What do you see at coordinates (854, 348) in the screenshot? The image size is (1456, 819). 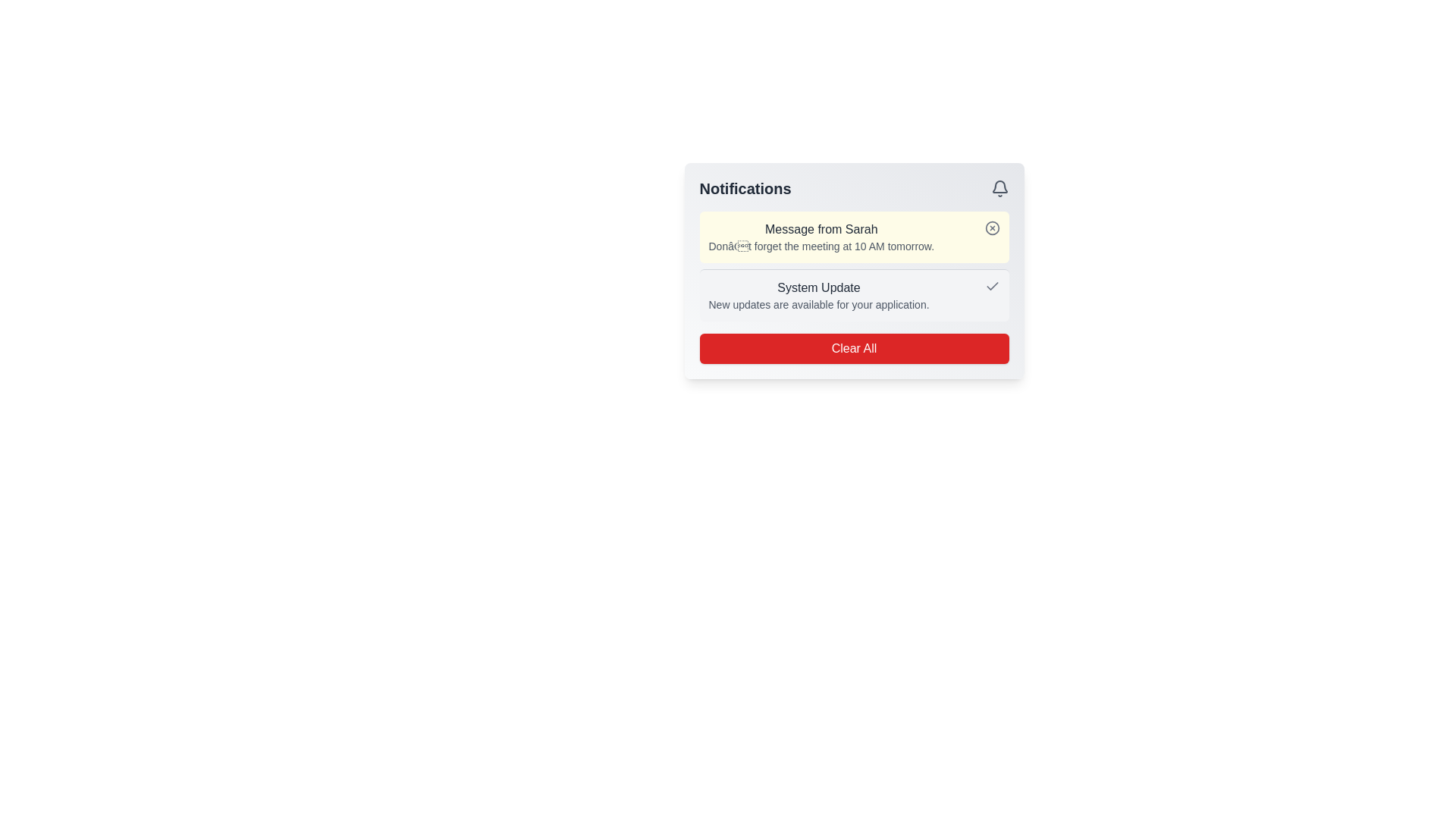 I see `the red rectangular button labeled 'Clear All'` at bounding box center [854, 348].